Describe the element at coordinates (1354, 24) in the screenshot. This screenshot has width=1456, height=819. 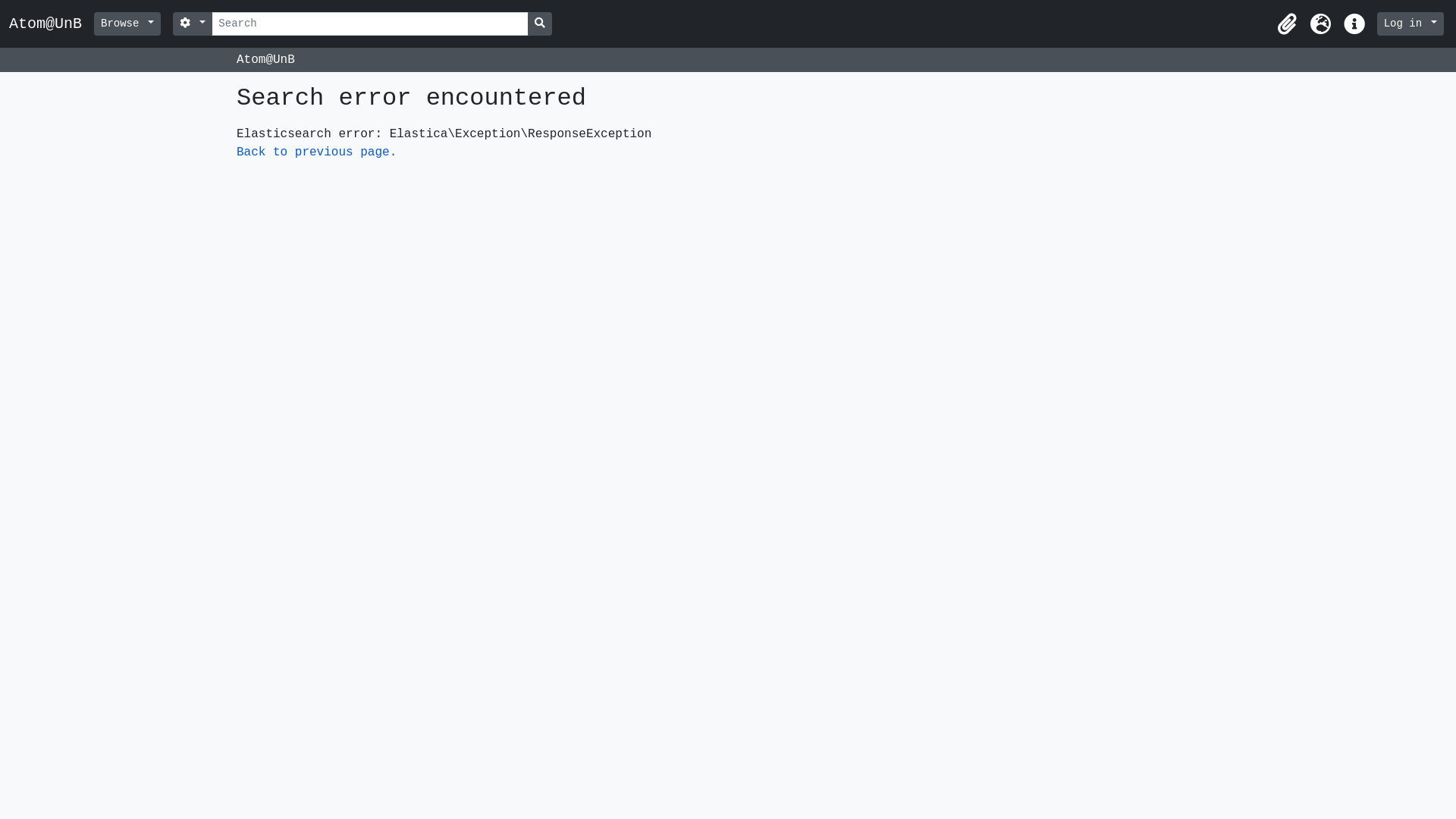
I see `'Quick links'` at that location.